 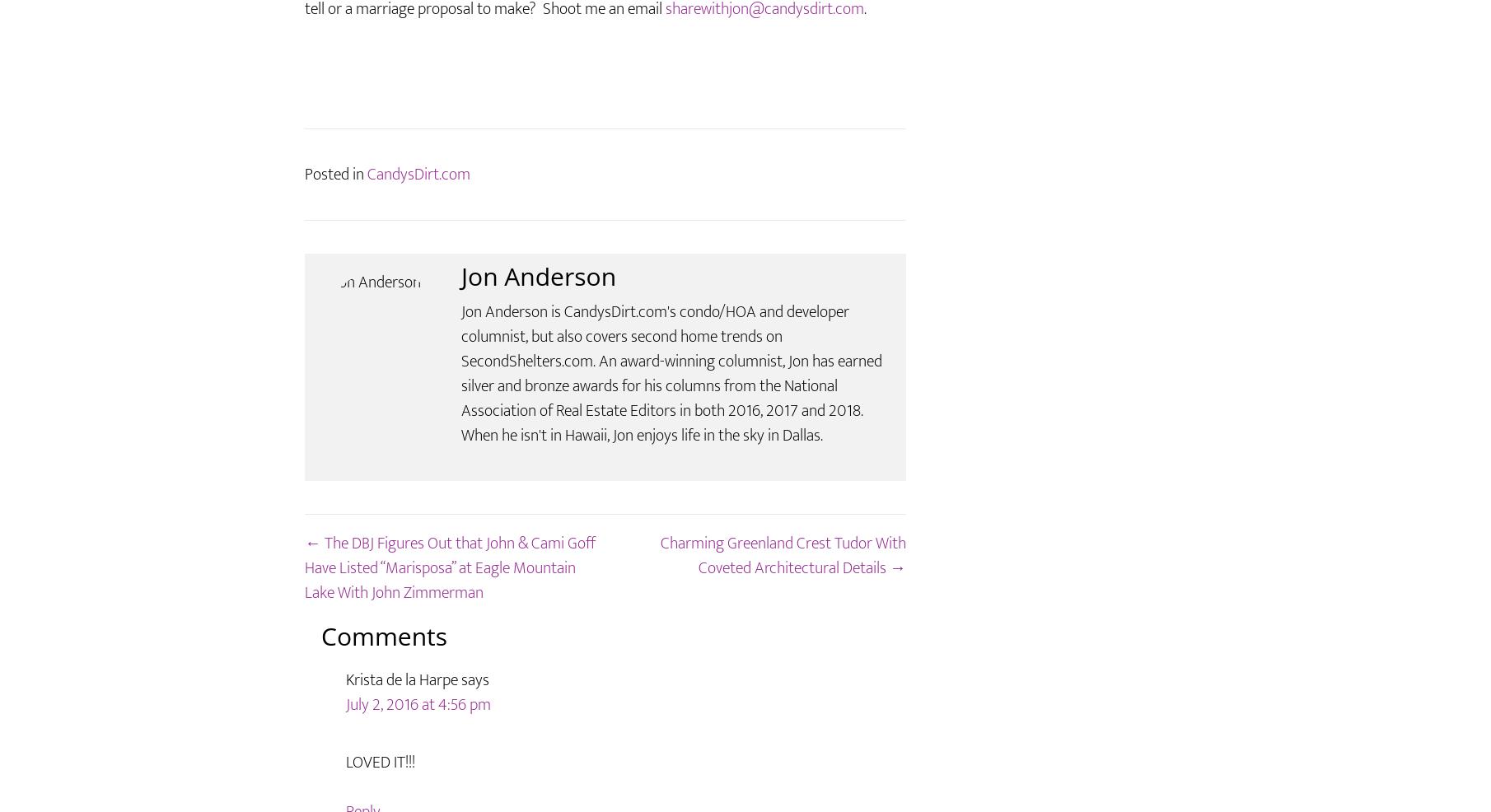 What do you see at coordinates (345, 727) in the screenshot?
I see `'Krista de la Harpe'` at bounding box center [345, 727].